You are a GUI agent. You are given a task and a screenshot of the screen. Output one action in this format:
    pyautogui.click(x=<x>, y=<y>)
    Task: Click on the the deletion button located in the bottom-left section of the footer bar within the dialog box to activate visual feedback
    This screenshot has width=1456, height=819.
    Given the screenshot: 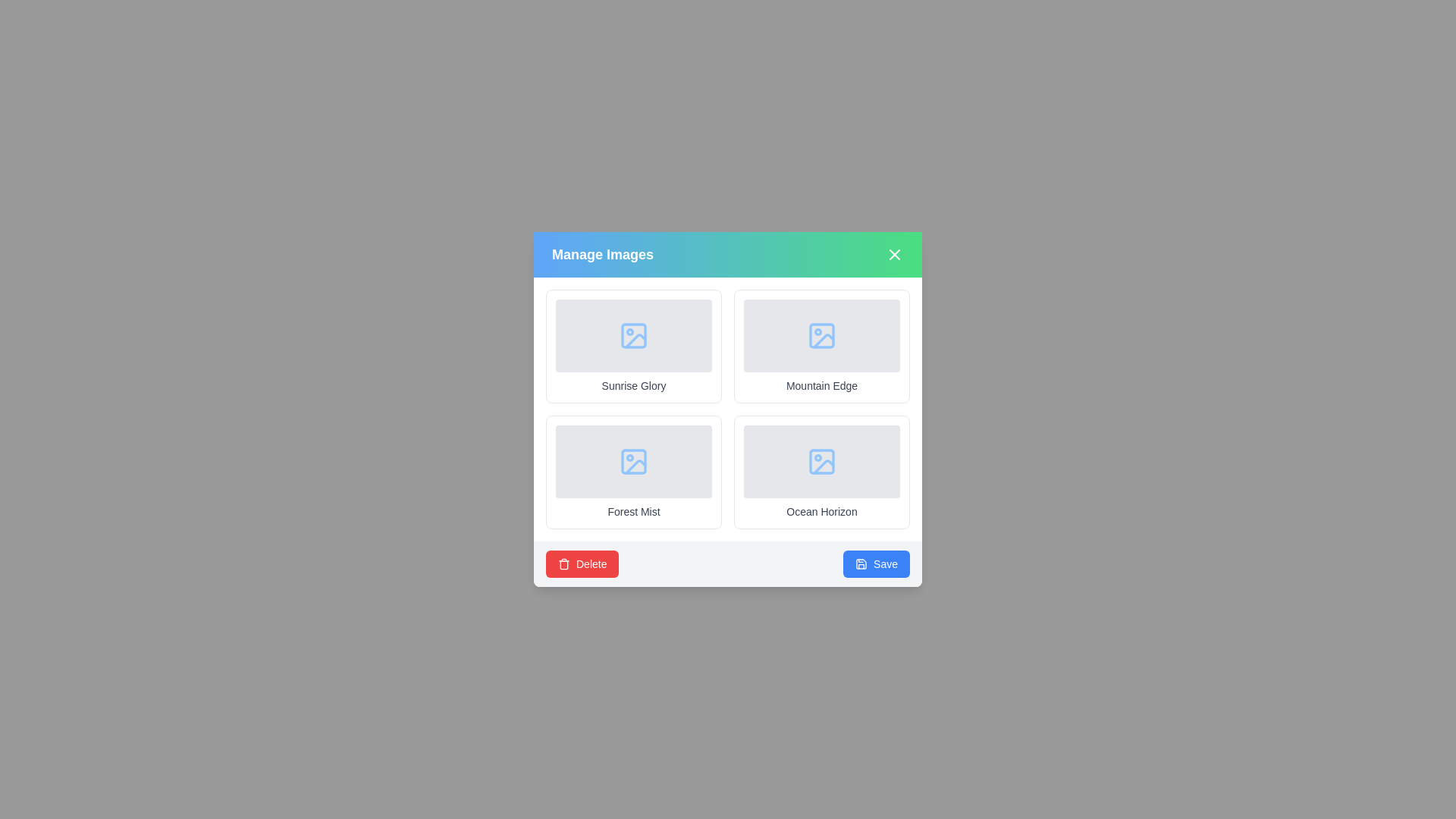 What is the action you would take?
    pyautogui.click(x=582, y=564)
    